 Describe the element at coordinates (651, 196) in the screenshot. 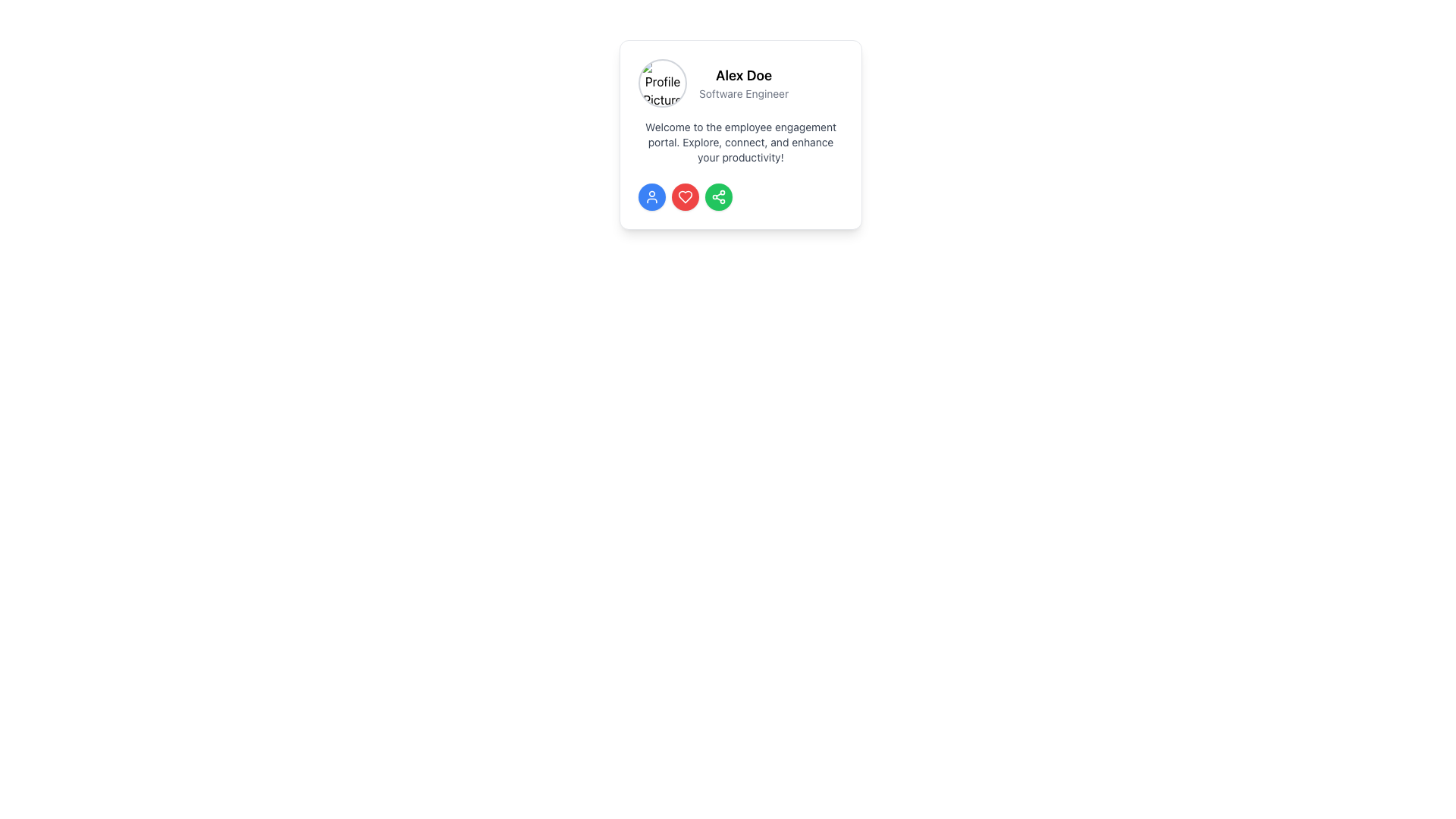

I see `the user profile icon at the bottom left of the card layout` at that location.